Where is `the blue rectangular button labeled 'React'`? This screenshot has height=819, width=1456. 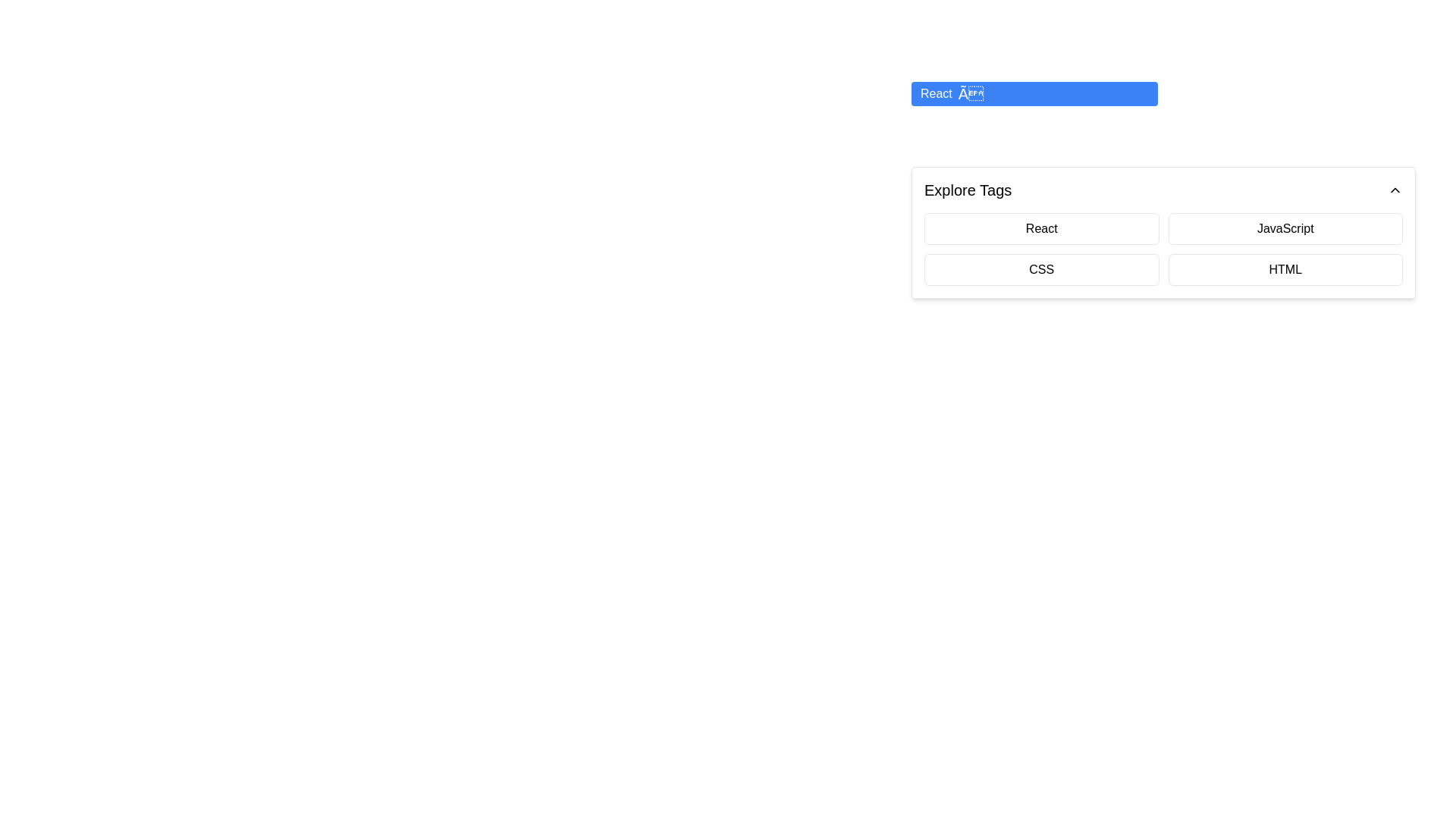
the blue rectangular button labeled 'React' is located at coordinates (1034, 93).